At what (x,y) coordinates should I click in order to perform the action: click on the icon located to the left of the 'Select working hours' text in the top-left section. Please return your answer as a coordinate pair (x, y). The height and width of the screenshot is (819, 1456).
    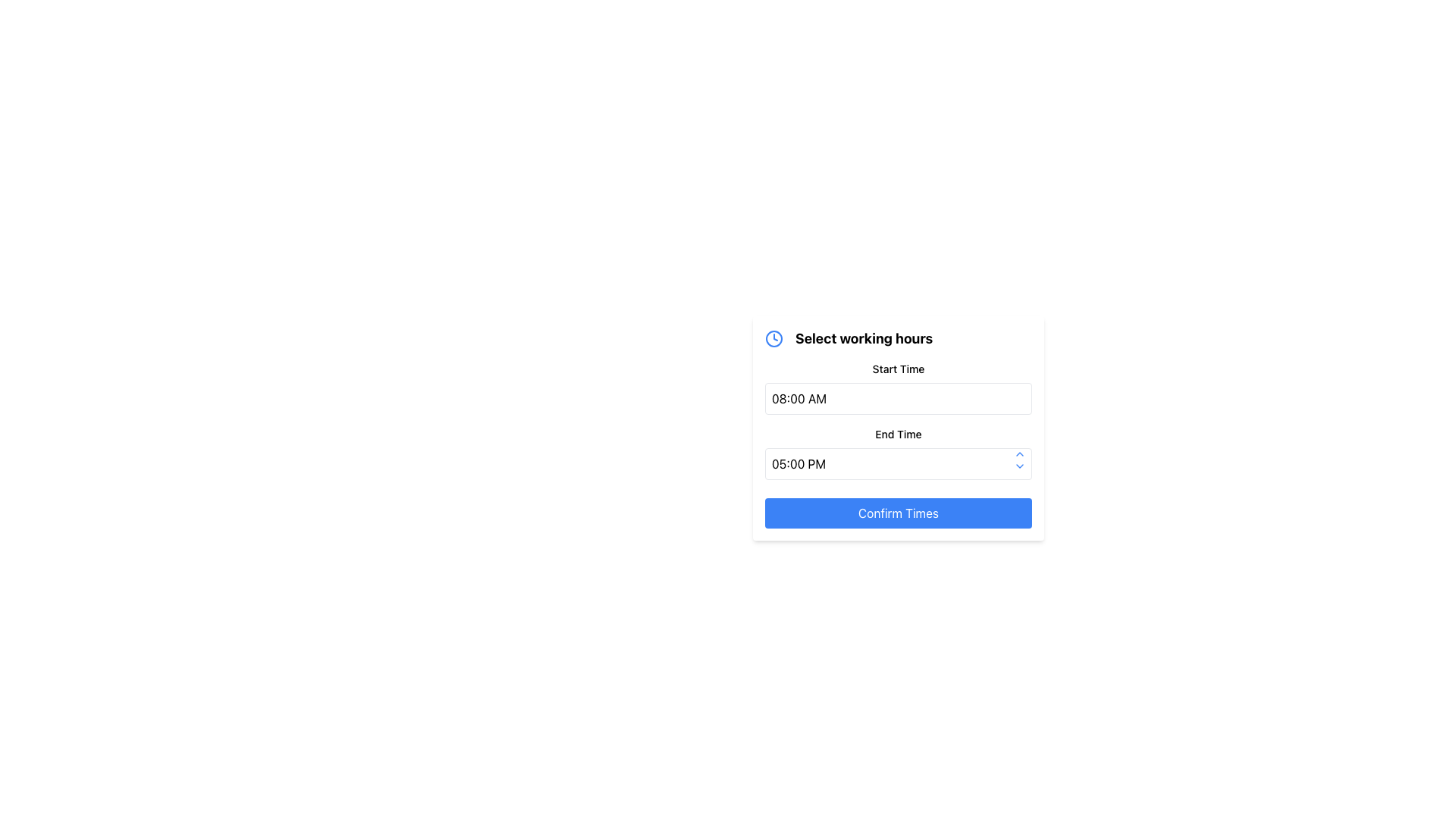
    Looking at the image, I should click on (774, 338).